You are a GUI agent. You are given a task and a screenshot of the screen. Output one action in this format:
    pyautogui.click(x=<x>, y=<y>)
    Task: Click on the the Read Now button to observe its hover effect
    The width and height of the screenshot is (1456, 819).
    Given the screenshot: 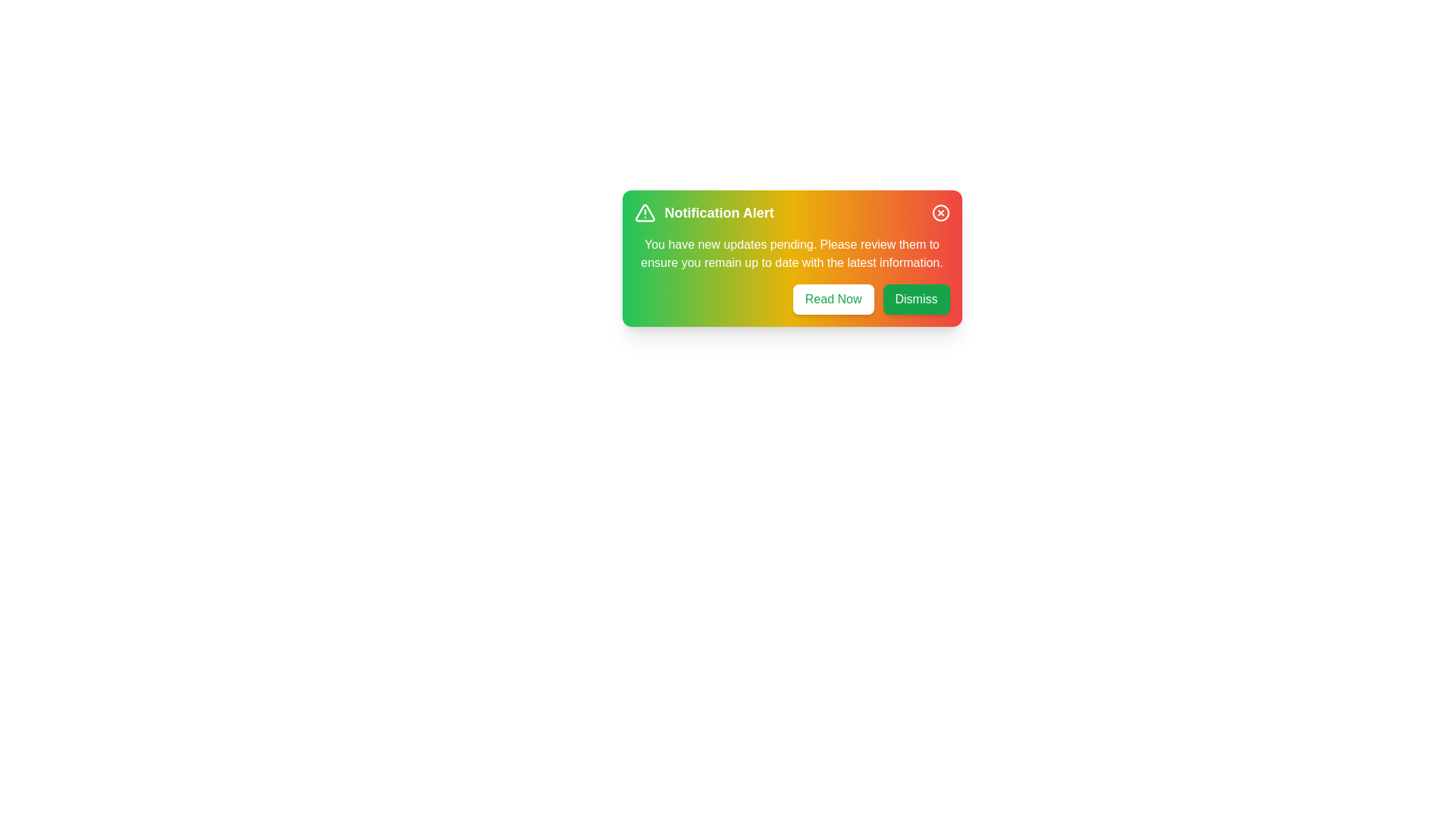 What is the action you would take?
    pyautogui.click(x=833, y=299)
    